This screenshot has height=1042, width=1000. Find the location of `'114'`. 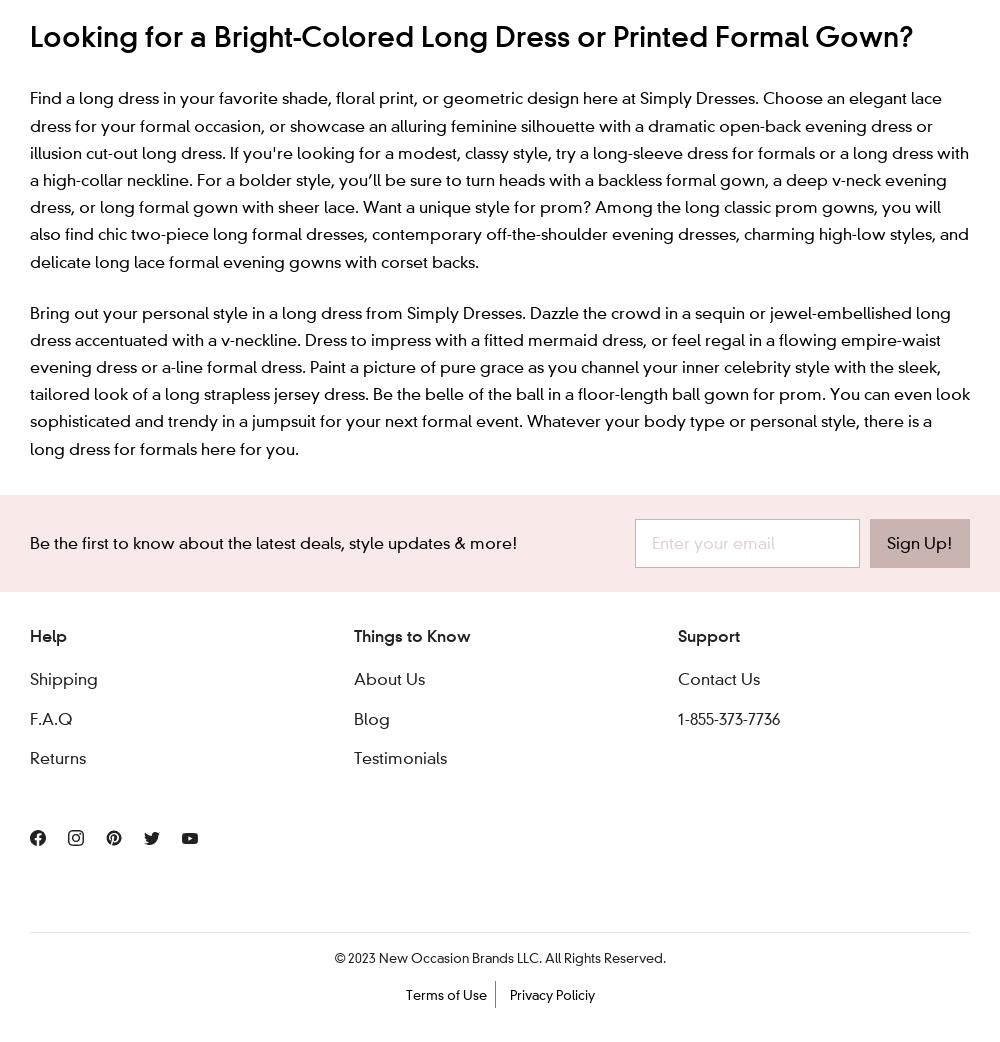

'114' is located at coordinates (480, 1019).